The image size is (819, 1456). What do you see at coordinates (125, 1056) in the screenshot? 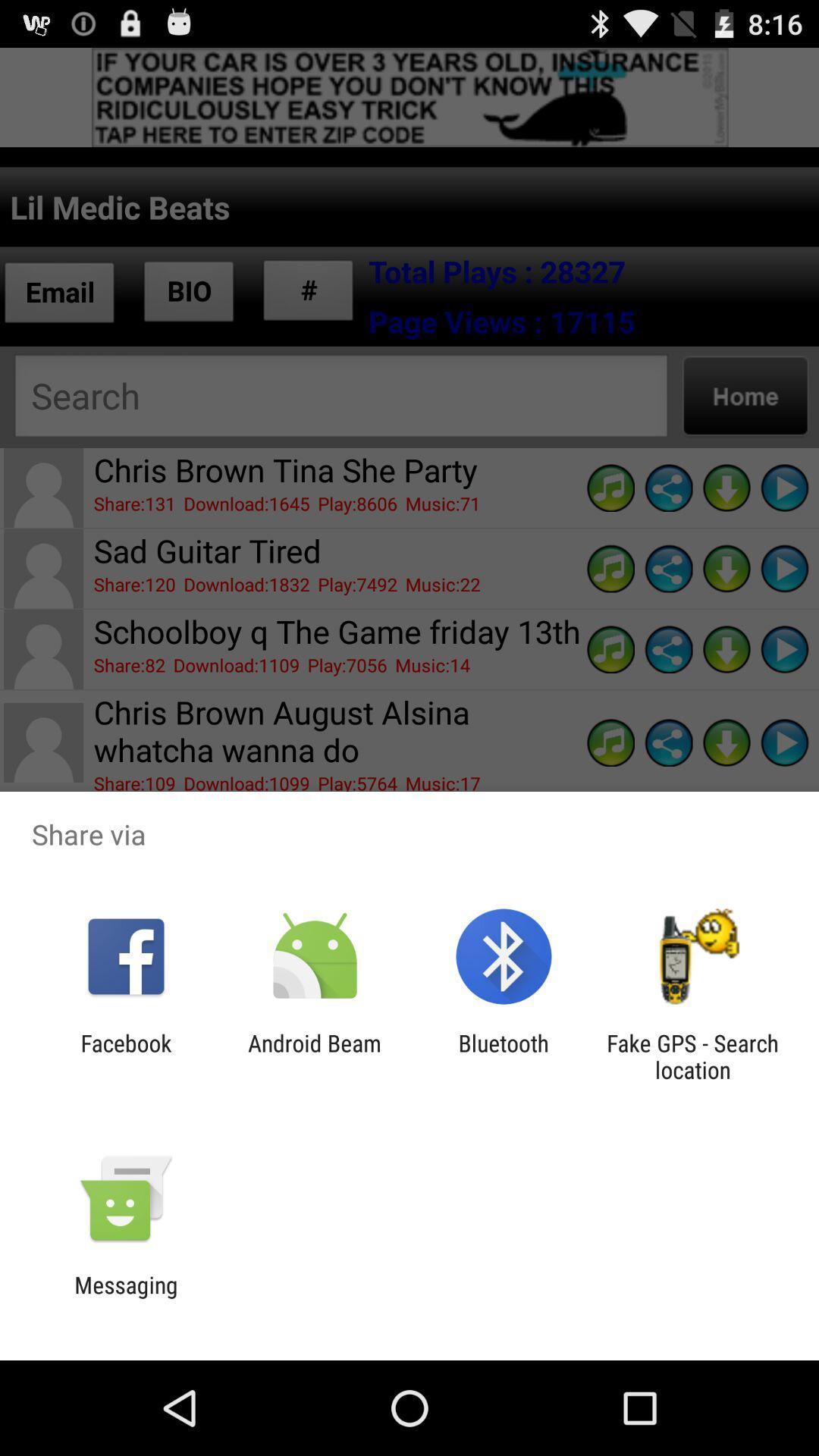
I see `icon to the left of the android beam app` at bounding box center [125, 1056].